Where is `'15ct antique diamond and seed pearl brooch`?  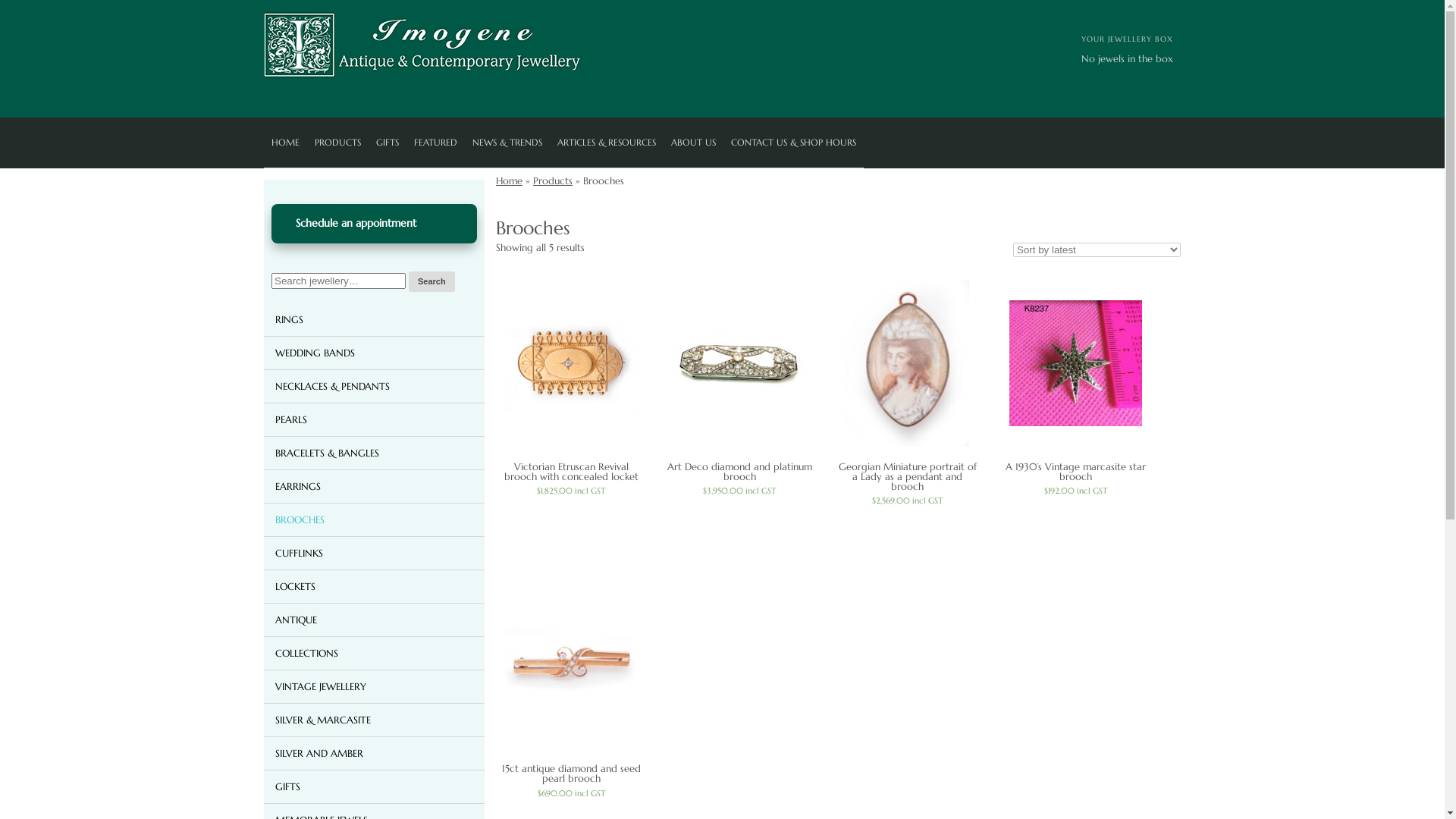
'15ct antique diamond and seed pearl brooch is located at coordinates (570, 690).